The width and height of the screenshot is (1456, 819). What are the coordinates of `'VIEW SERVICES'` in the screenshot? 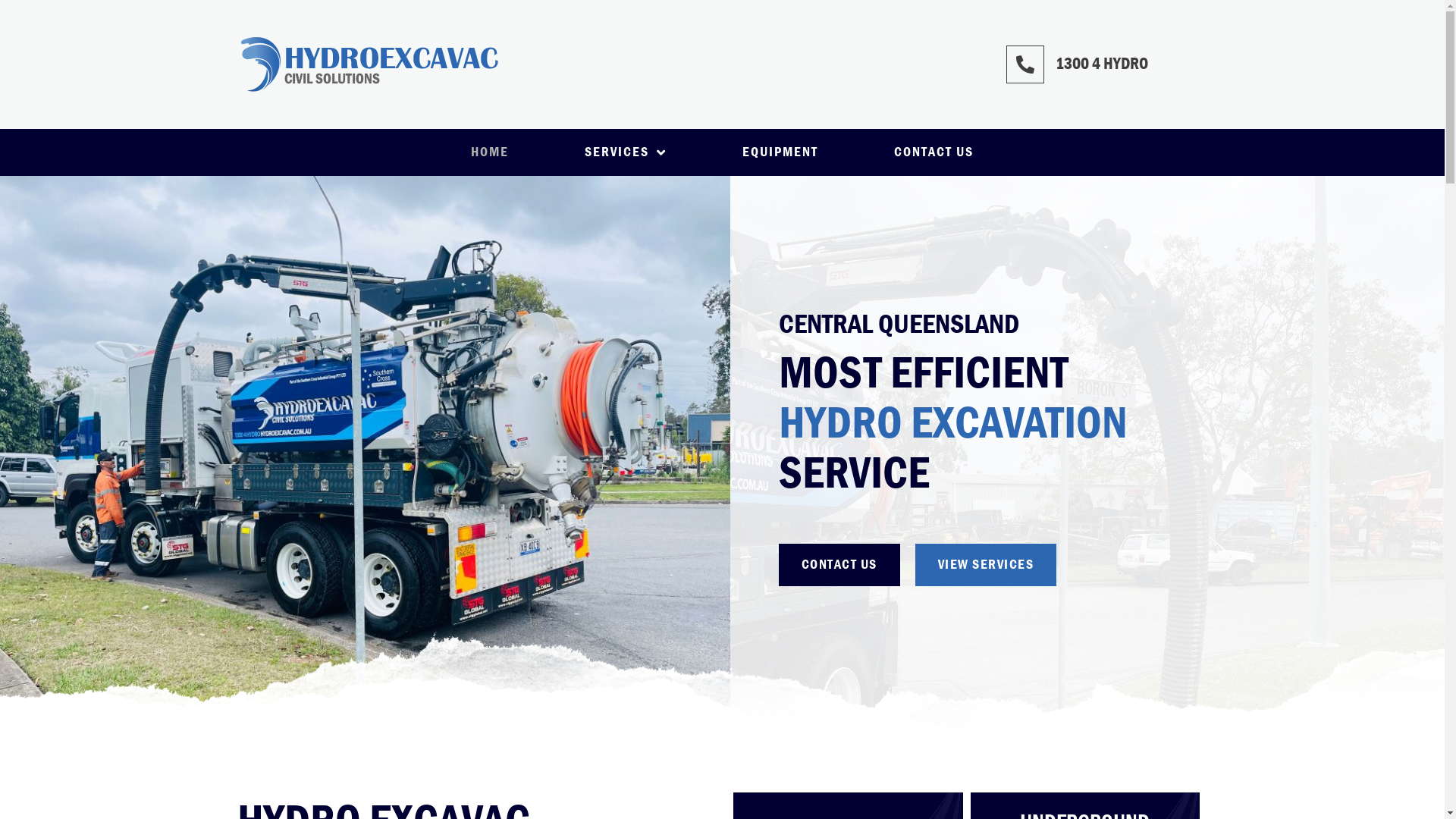 It's located at (914, 564).